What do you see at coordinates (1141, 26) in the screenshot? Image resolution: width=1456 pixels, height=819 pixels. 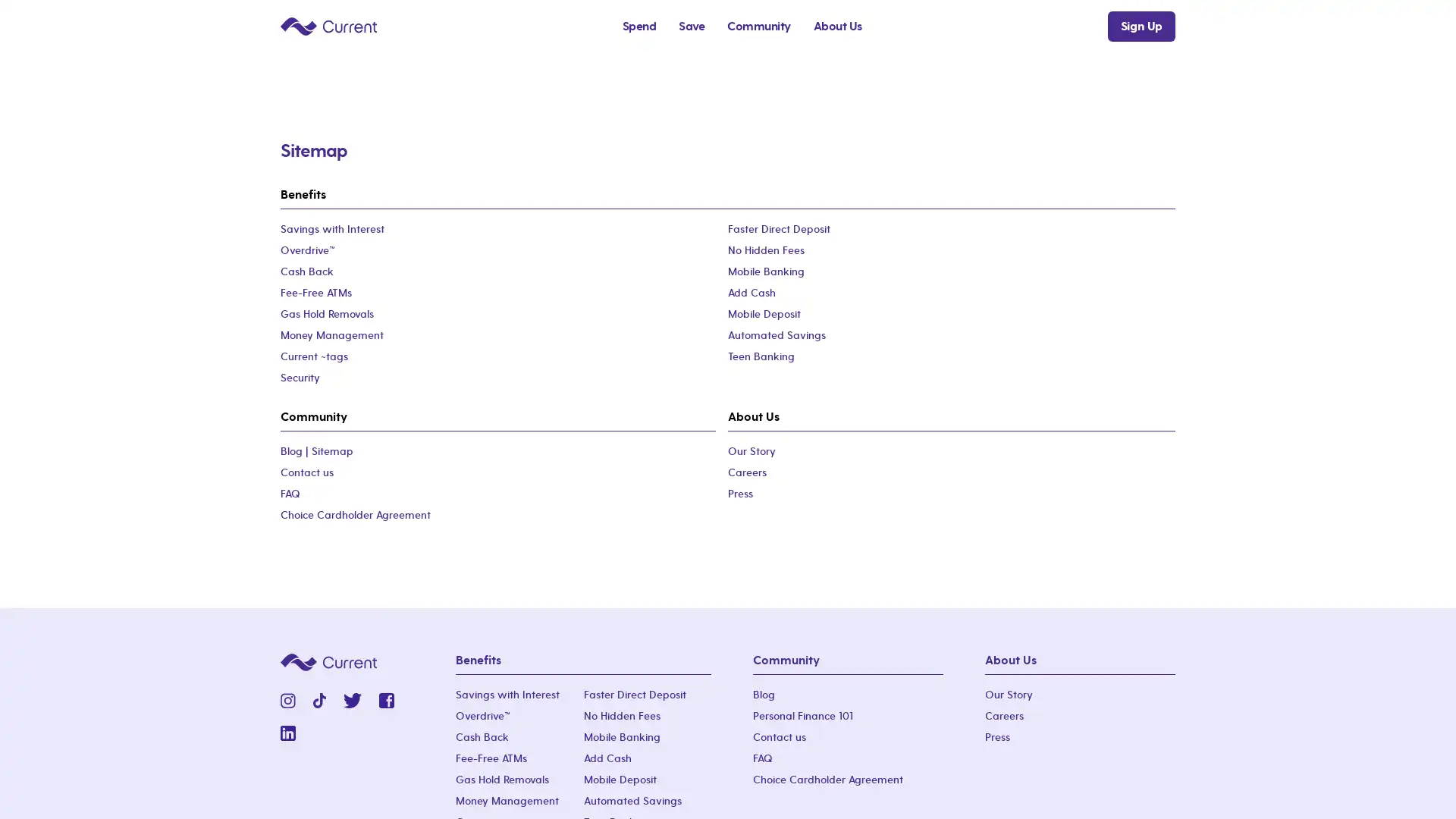 I see `Sign Up` at bounding box center [1141, 26].